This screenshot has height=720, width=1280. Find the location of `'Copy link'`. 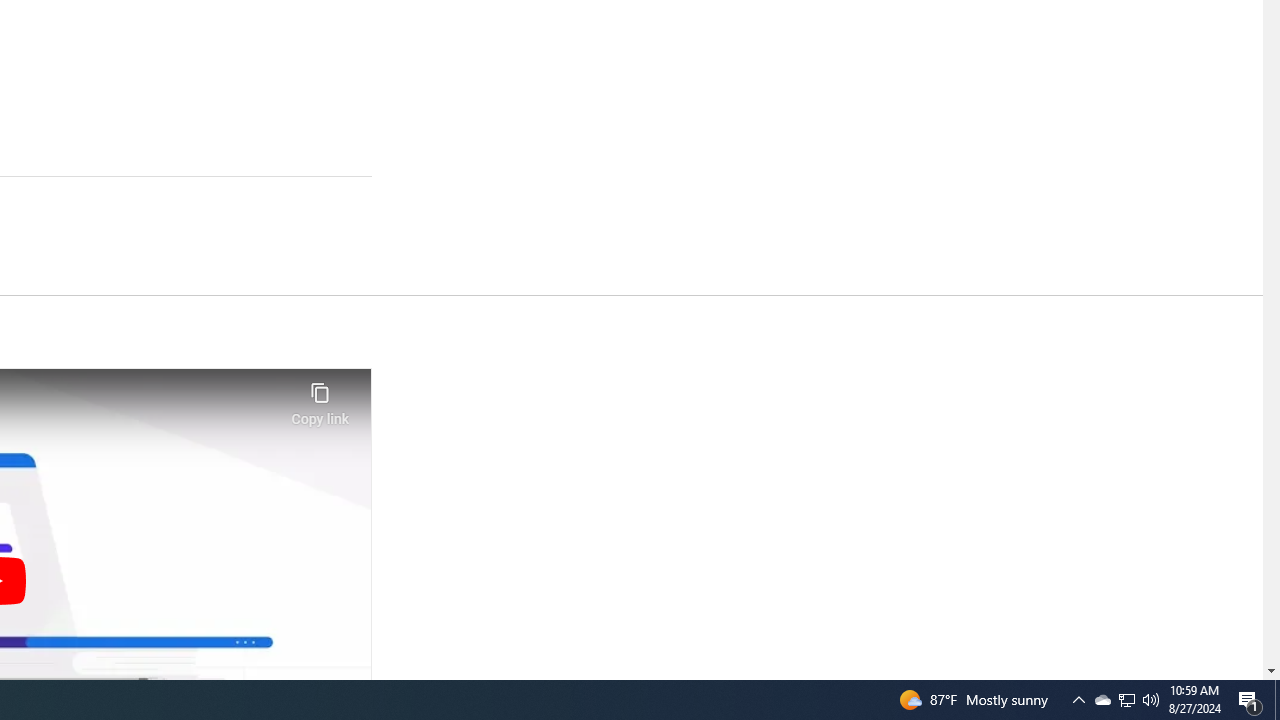

'Copy link' is located at coordinates (320, 398).